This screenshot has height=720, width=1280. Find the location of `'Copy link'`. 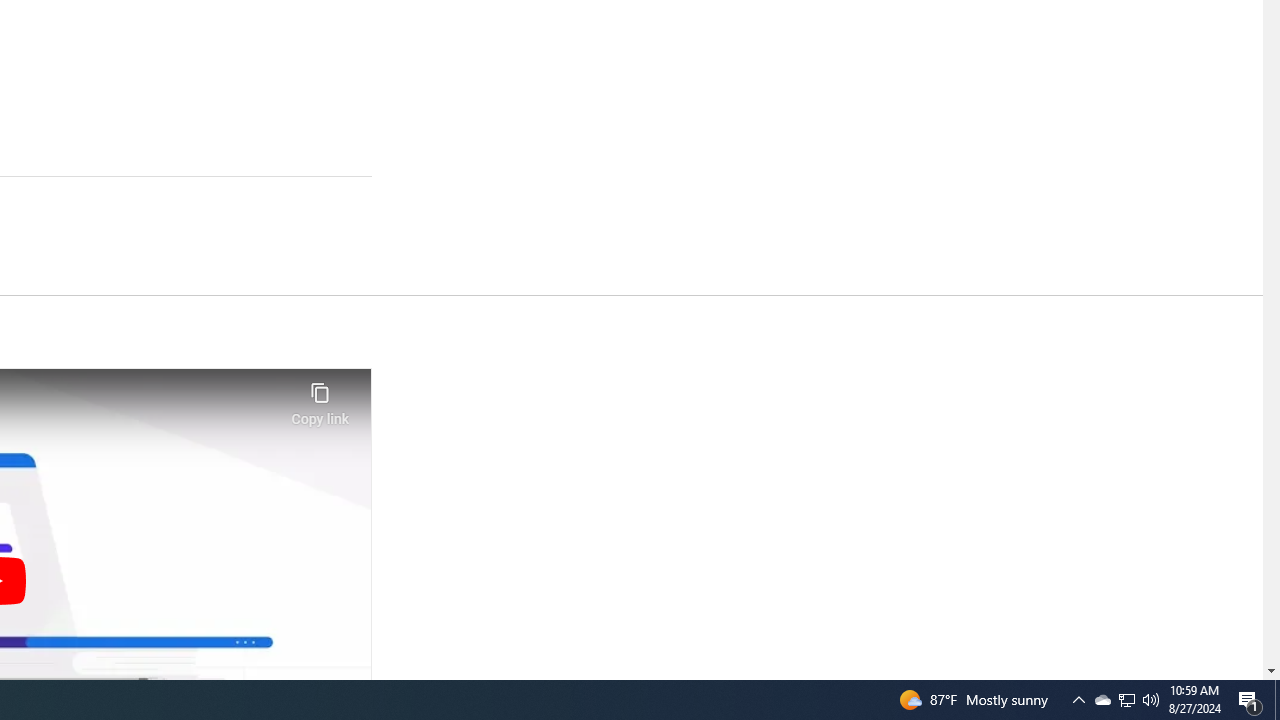

'Copy link' is located at coordinates (320, 398).